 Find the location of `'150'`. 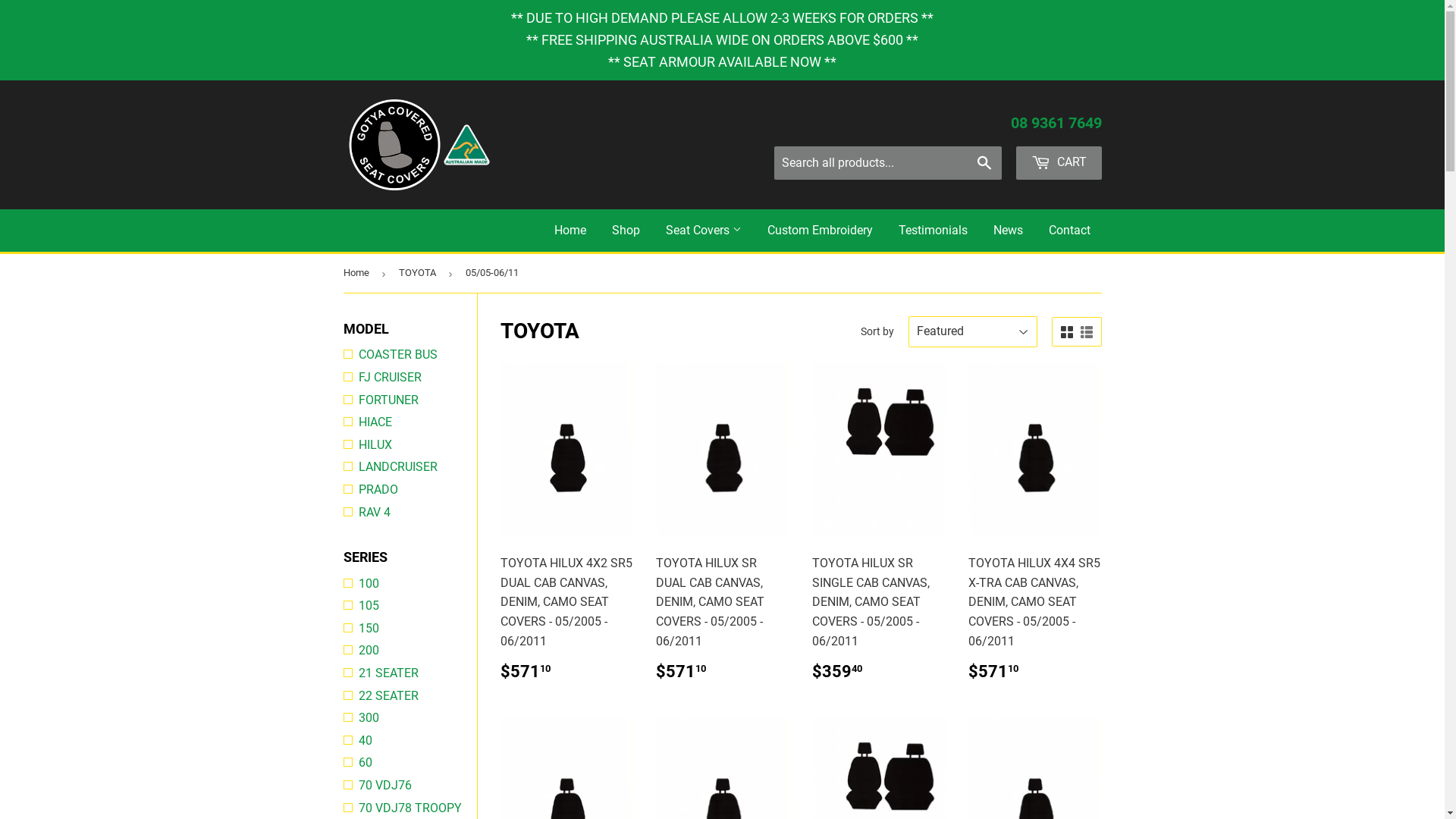

'150' is located at coordinates (409, 629).